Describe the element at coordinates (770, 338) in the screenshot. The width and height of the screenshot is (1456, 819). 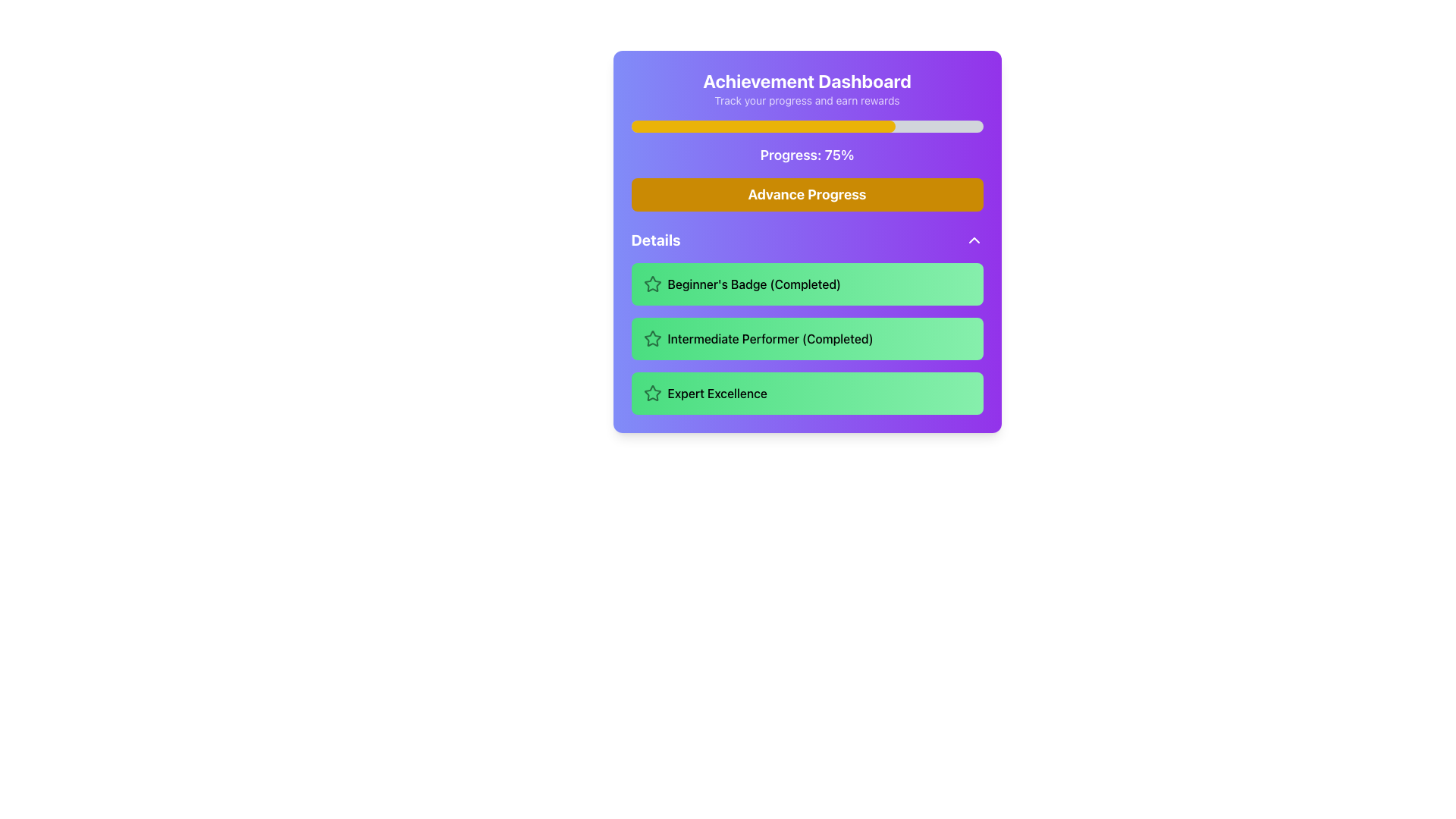
I see `the textual label displaying 'Intermediate Performer (Completed)' which is styled in medium font weight on a bright green background, located within the second card of the 'Details' section` at that location.